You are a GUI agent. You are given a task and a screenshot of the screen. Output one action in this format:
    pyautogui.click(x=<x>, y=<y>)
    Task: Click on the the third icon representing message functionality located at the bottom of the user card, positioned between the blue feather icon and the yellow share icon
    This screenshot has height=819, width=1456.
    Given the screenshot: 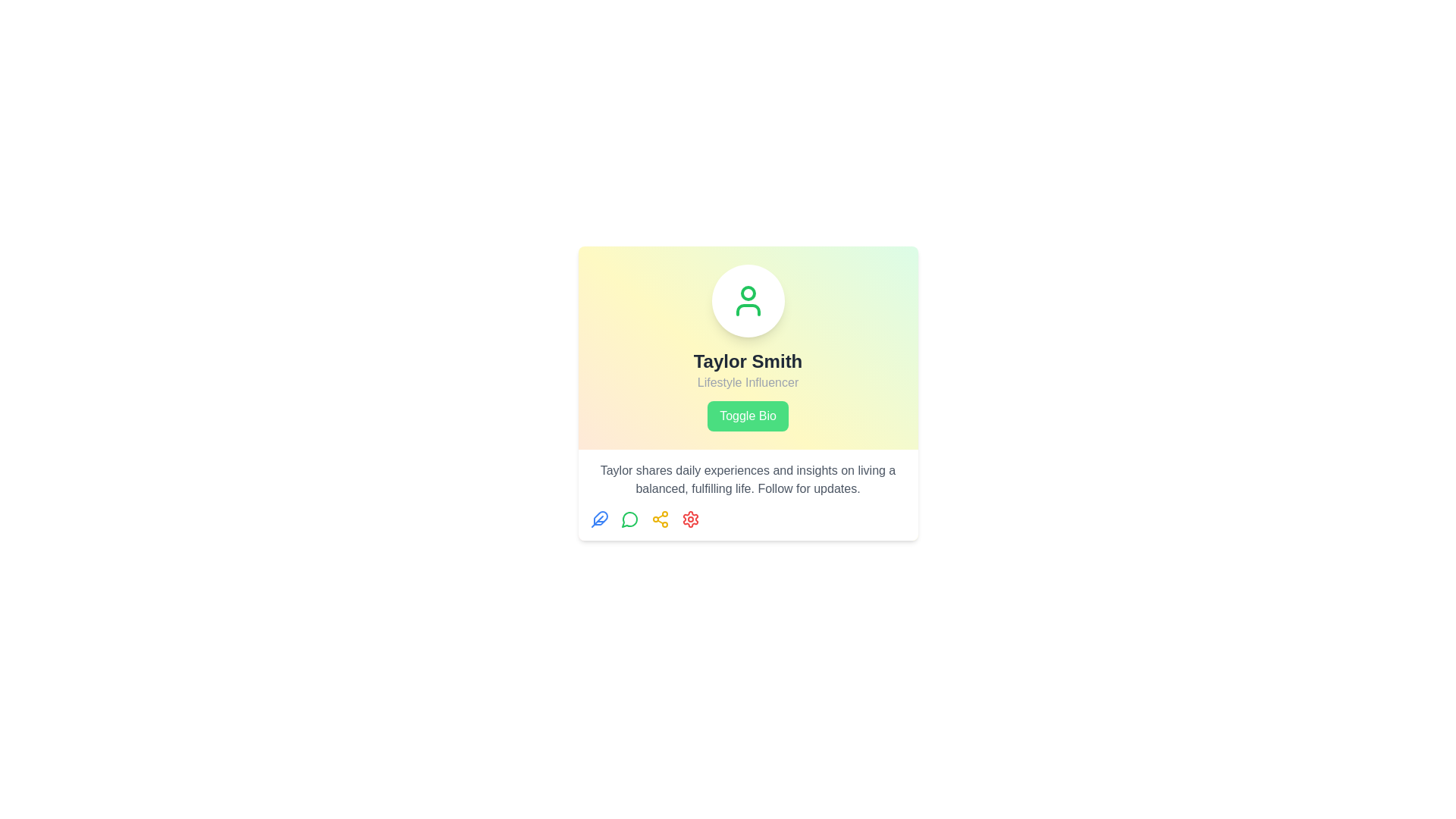 What is the action you would take?
    pyautogui.click(x=629, y=519)
    